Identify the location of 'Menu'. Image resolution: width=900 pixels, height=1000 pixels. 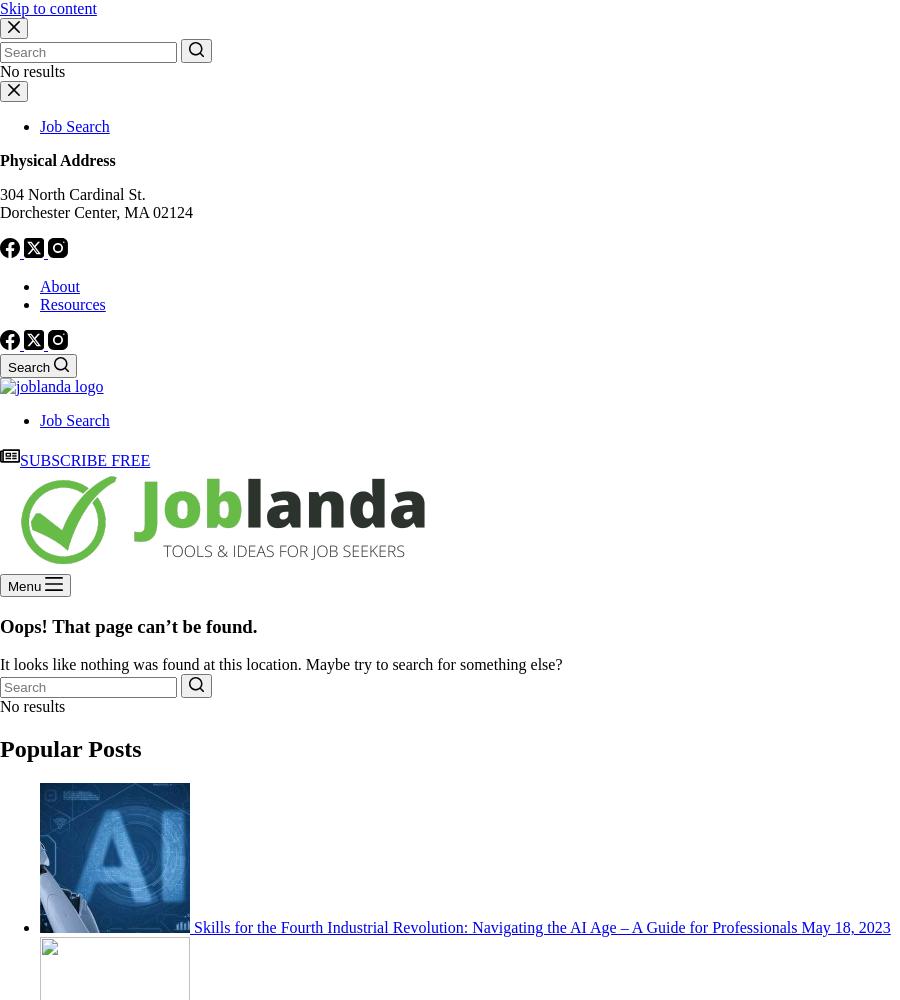
(23, 585).